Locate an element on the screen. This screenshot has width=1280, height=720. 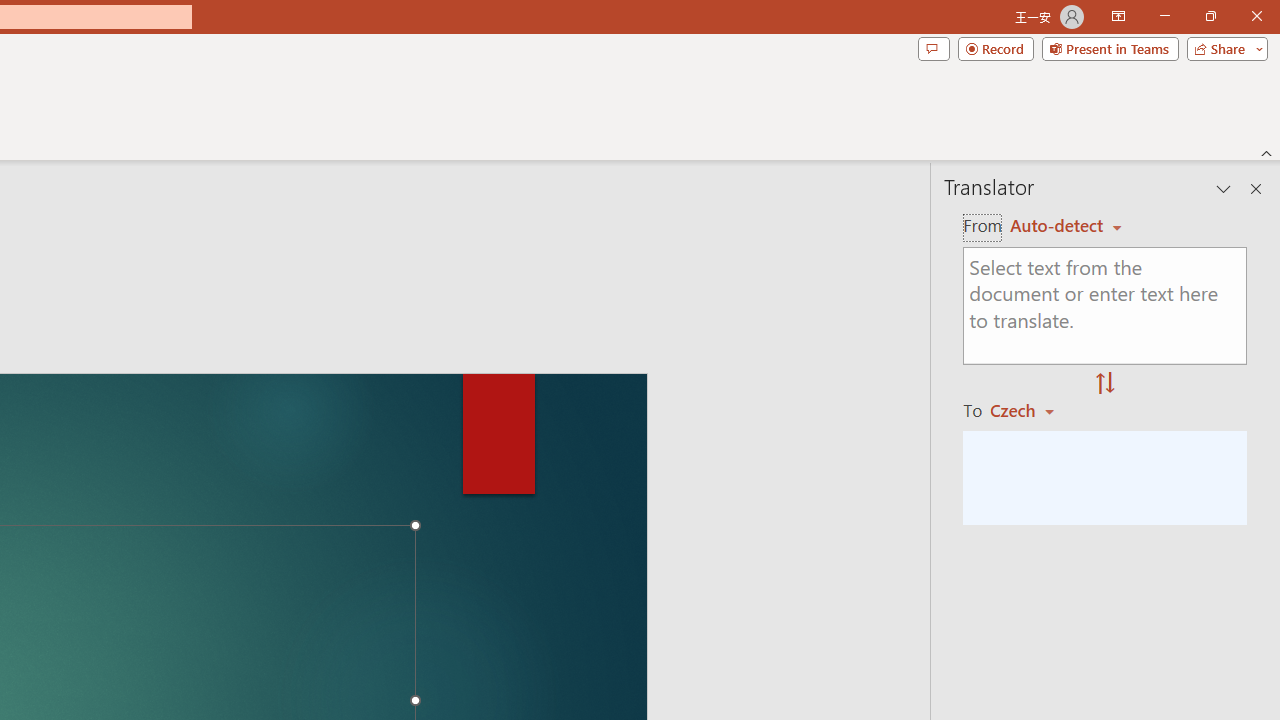
'Swap "from" and "to" languages.' is located at coordinates (1104, 384).